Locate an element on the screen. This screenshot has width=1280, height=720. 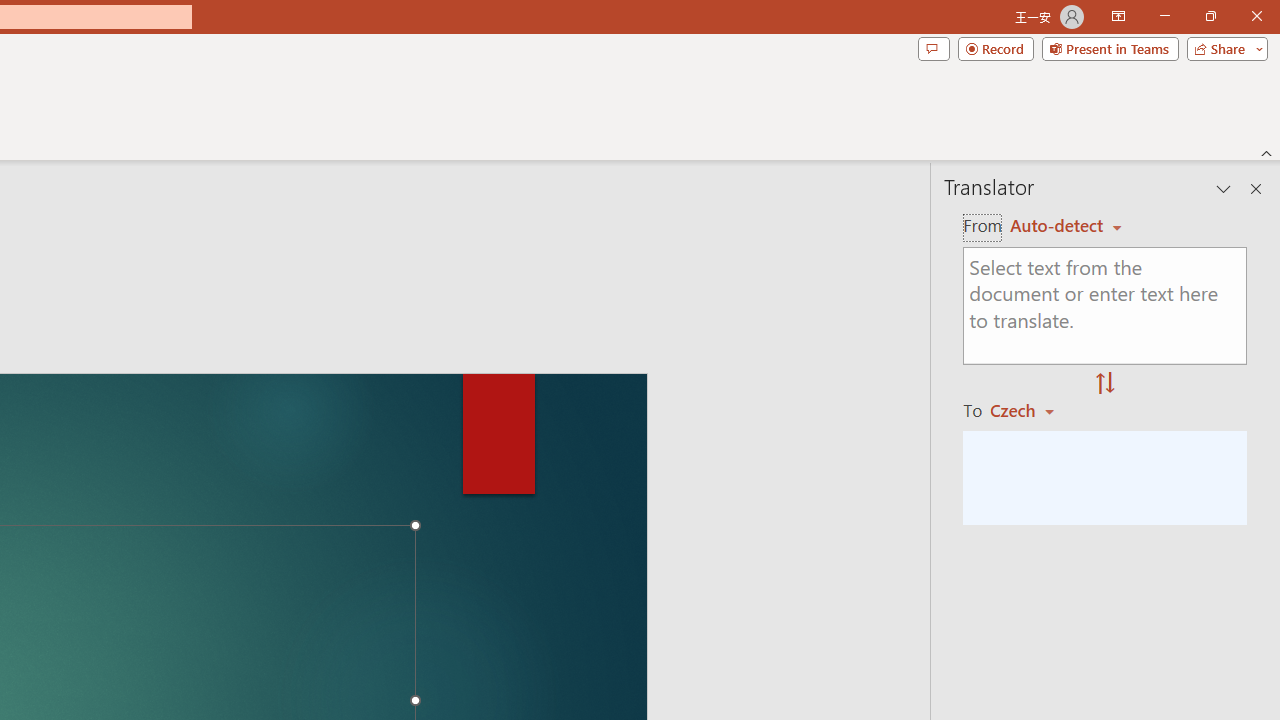
'Swap "from" and "to" languages.' is located at coordinates (1104, 384).